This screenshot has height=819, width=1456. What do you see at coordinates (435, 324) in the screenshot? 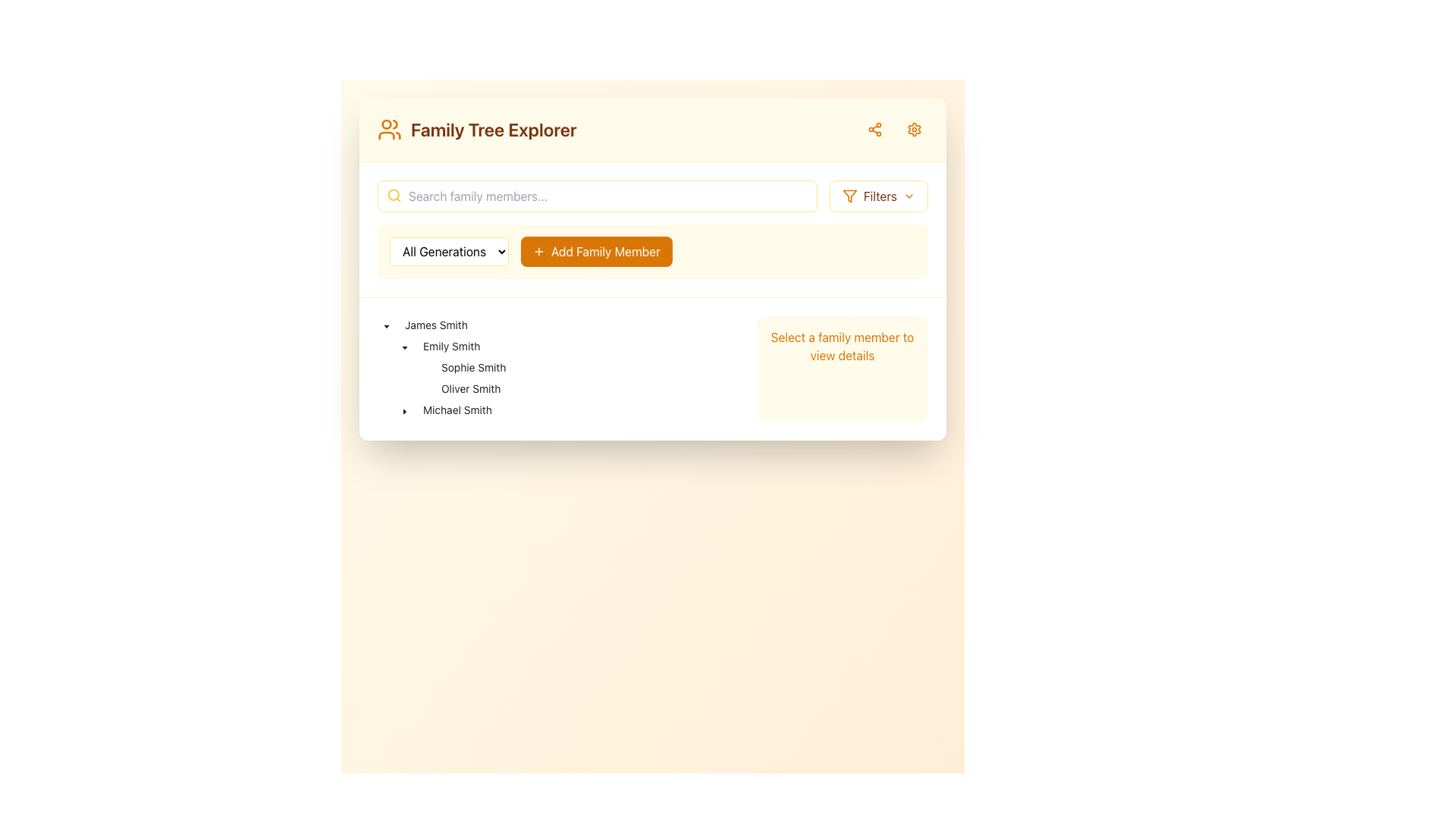
I see `the Tree node representing 'James Smith' in the Family Tree Explorer` at bounding box center [435, 324].